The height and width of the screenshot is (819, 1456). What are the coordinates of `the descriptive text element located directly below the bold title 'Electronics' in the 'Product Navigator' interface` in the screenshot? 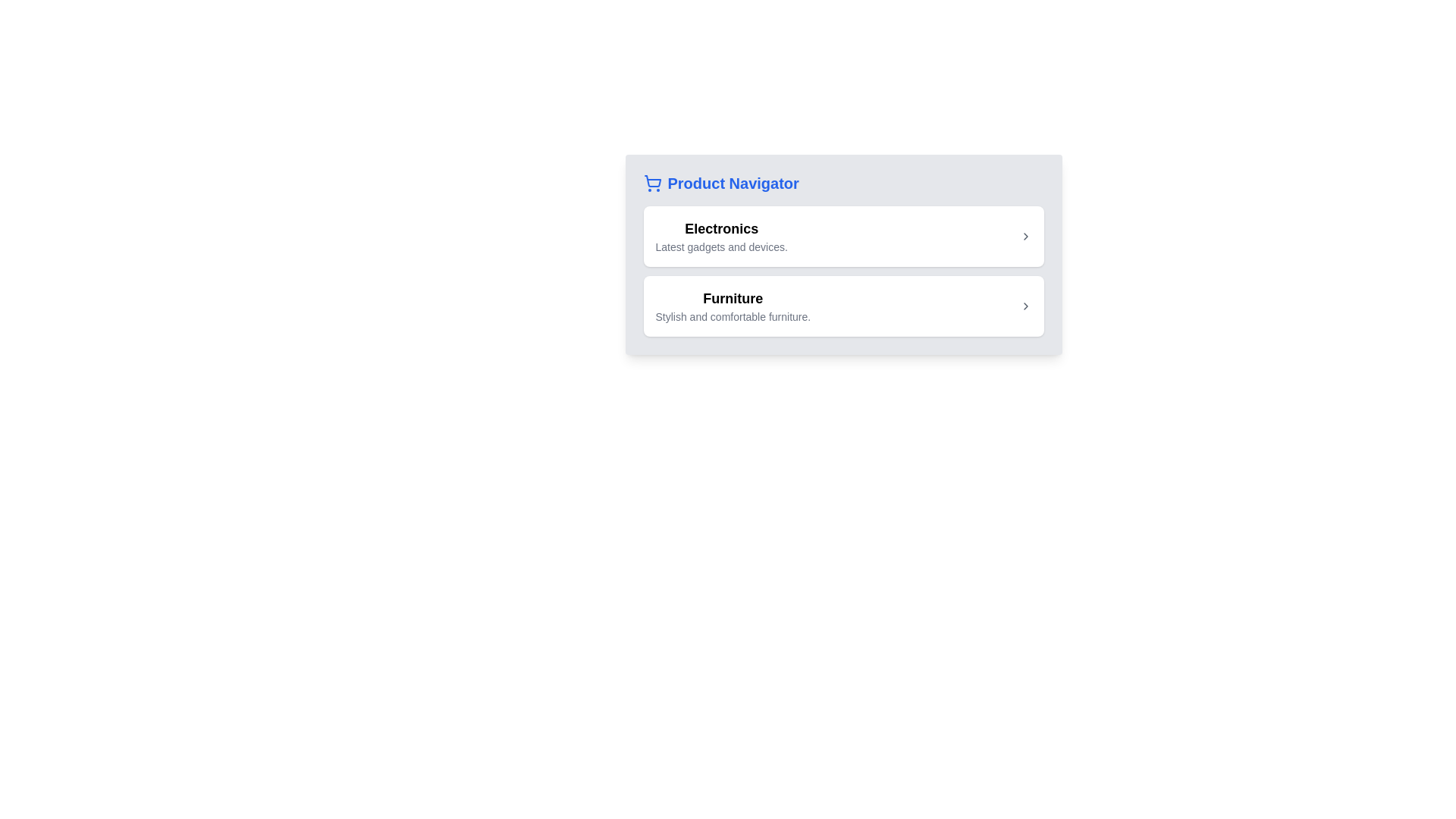 It's located at (720, 246).